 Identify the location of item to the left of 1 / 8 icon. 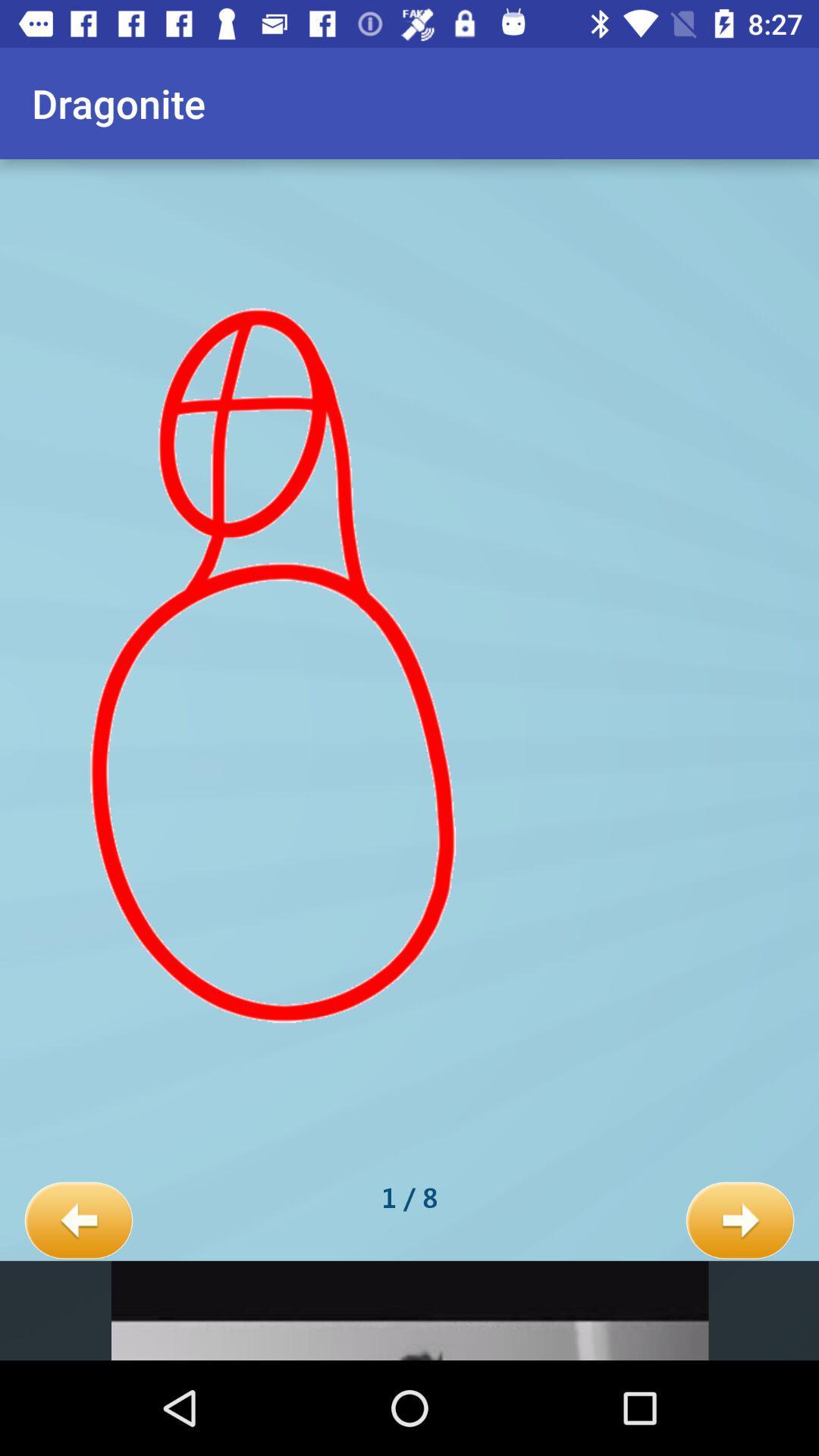
(78, 1221).